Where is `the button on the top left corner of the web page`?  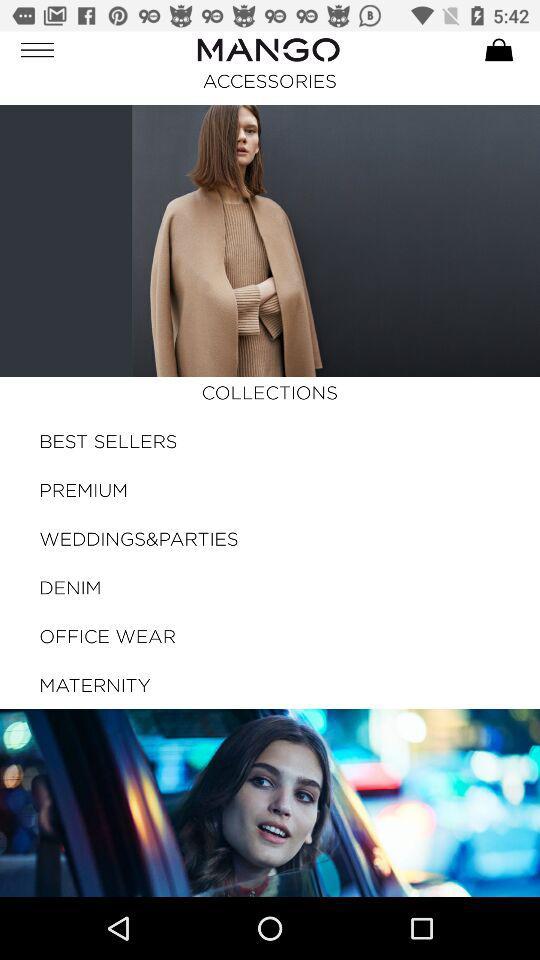 the button on the top left corner of the web page is located at coordinates (50, 49).